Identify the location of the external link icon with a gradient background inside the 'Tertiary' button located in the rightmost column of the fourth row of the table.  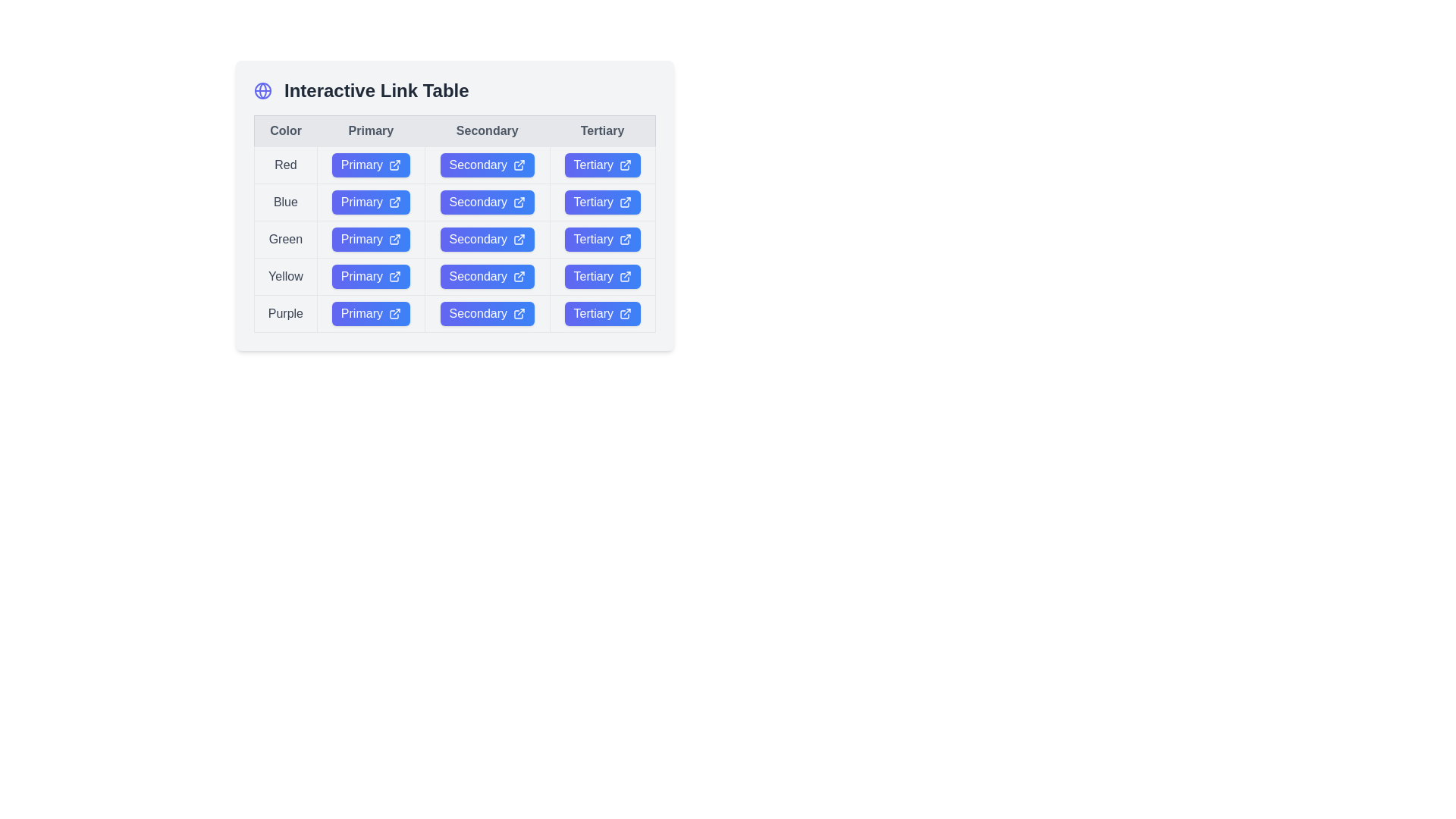
(626, 239).